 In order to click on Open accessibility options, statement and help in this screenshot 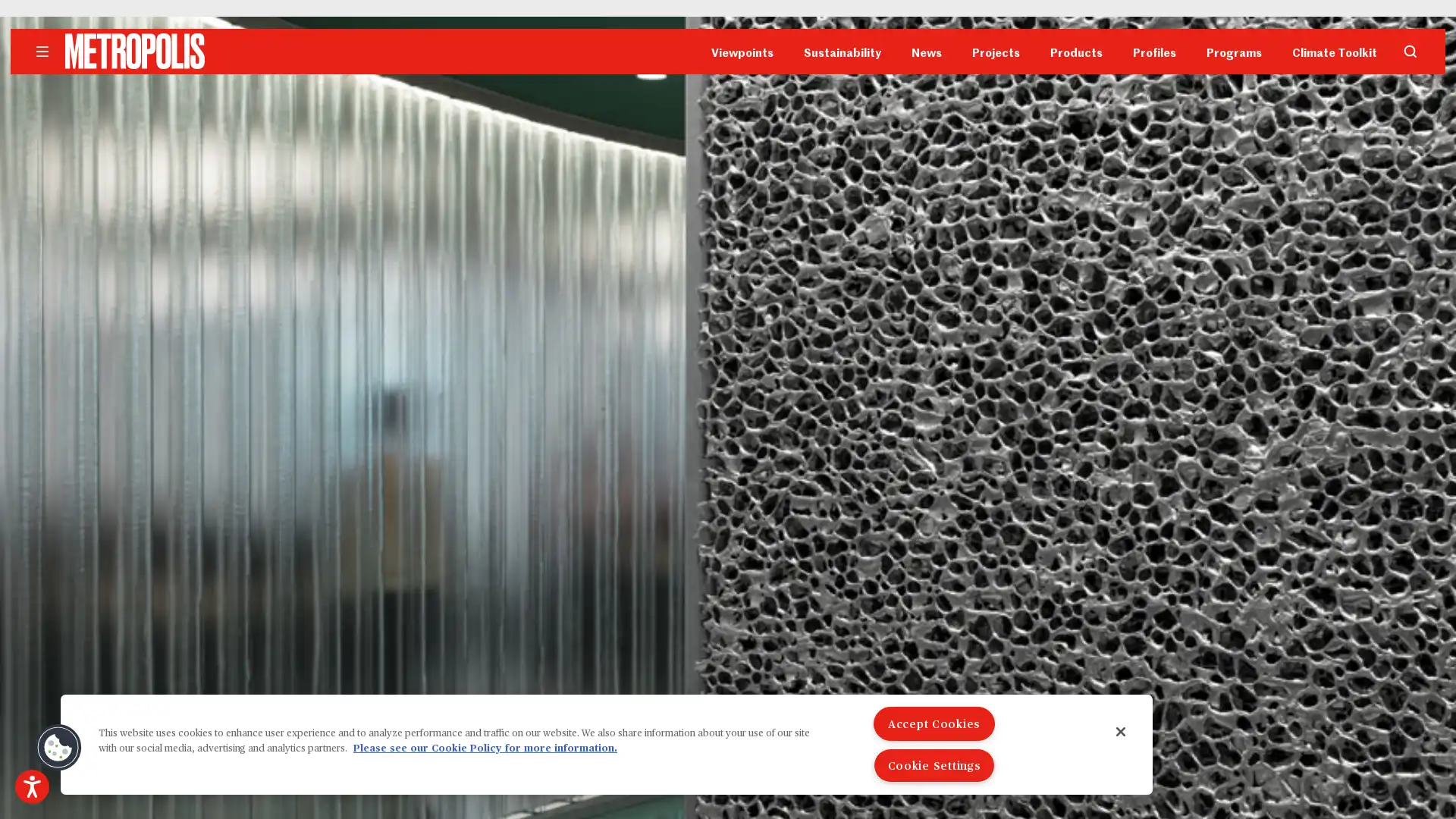, I will do `click(32, 786)`.